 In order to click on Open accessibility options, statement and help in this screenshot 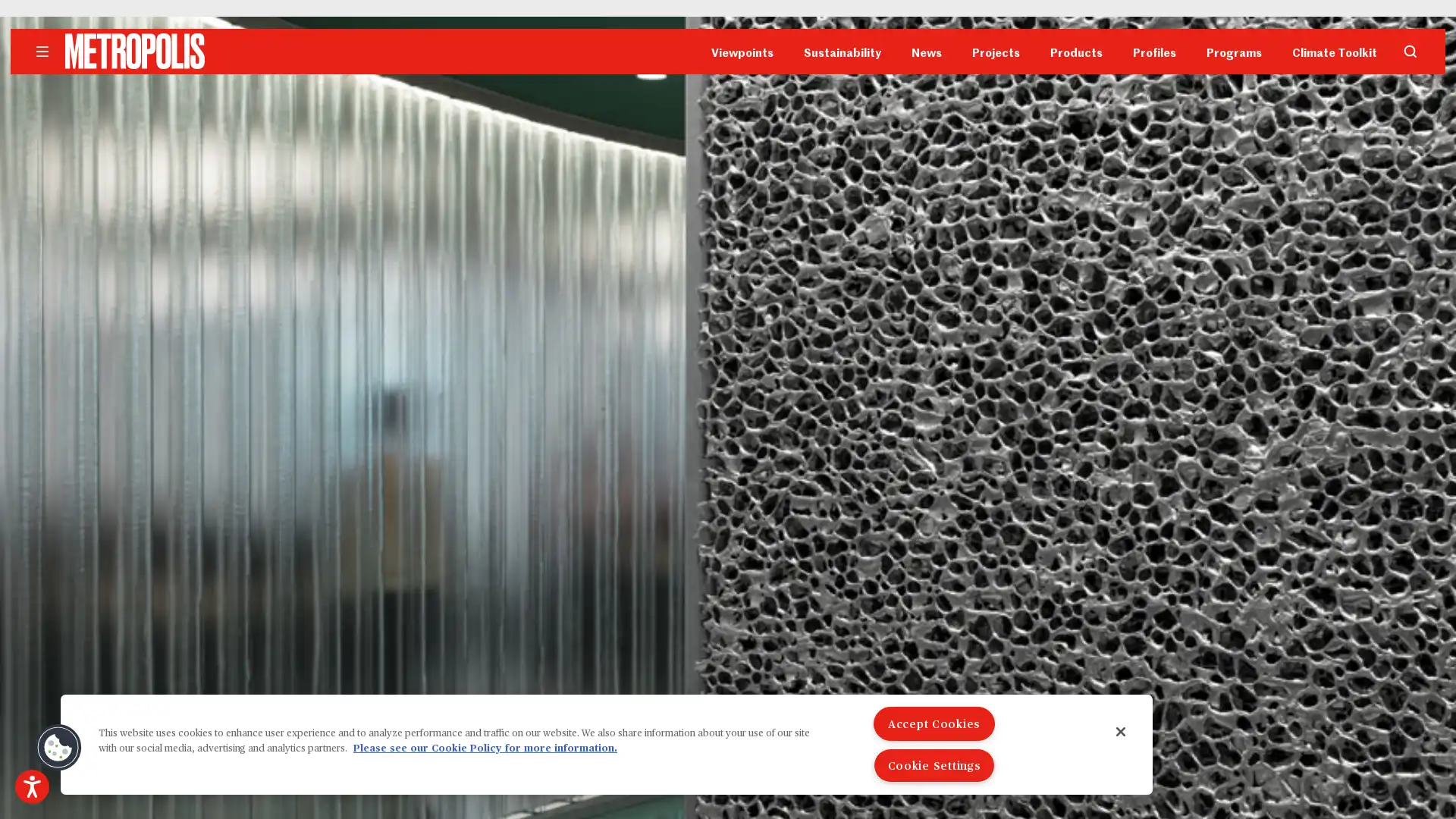, I will do `click(32, 786)`.